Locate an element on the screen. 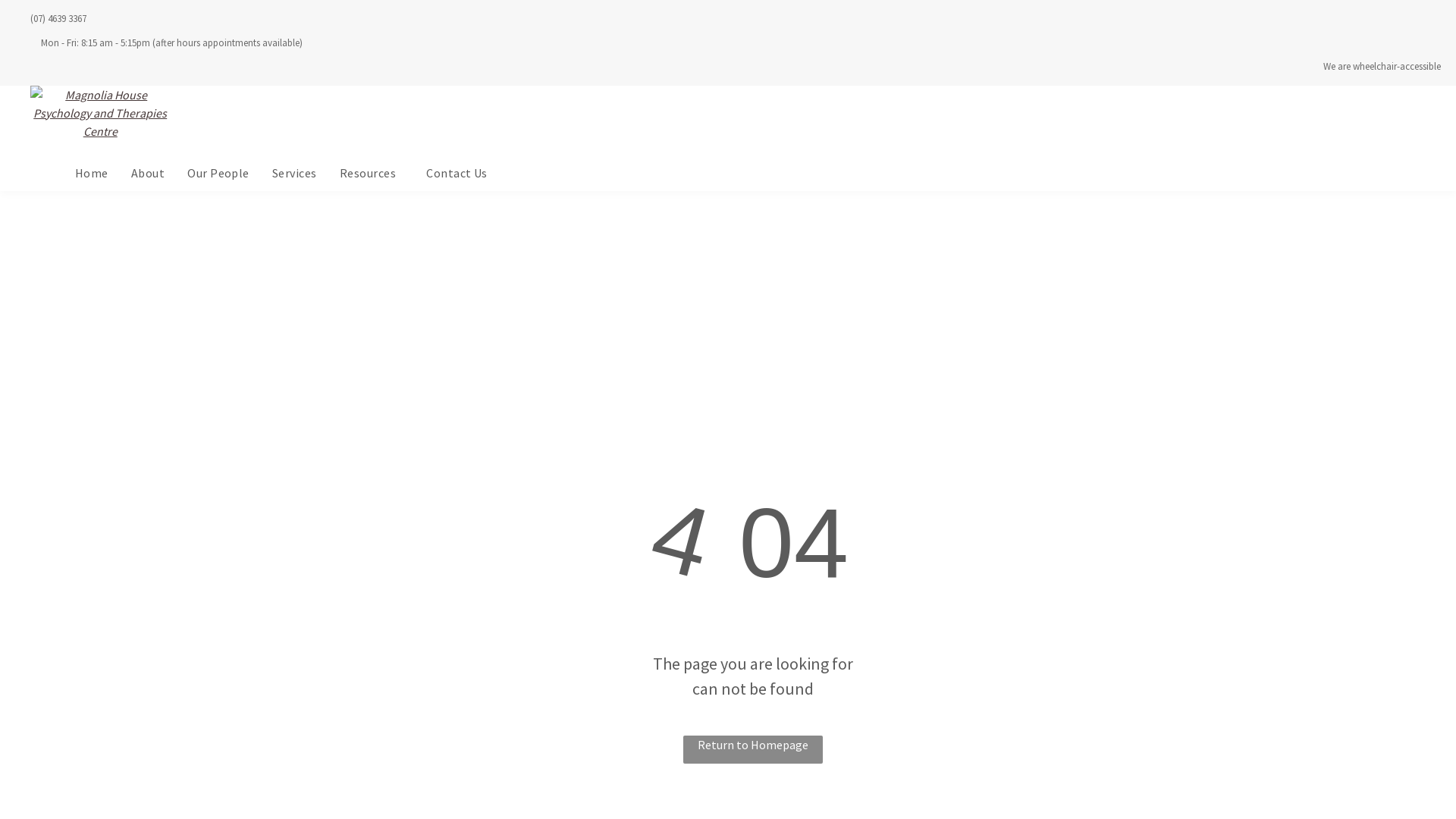 This screenshot has height=819, width=1456. 'About' is located at coordinates (148, 171).